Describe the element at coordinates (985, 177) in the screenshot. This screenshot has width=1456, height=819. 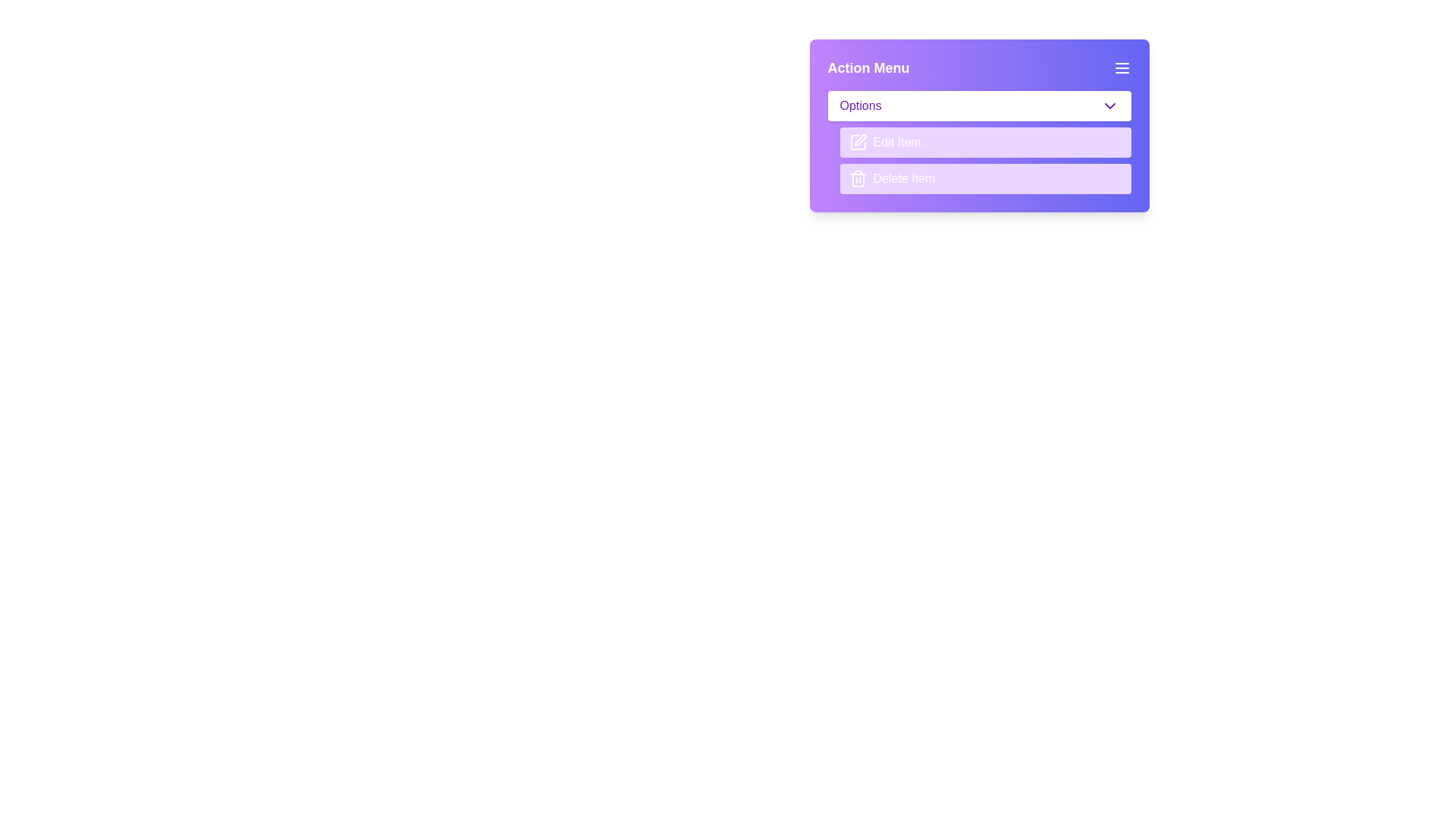
I see `the delete button, which is the second button in the popup menu located below the 'Edit Item' button, to provide visual feedback` at that location.